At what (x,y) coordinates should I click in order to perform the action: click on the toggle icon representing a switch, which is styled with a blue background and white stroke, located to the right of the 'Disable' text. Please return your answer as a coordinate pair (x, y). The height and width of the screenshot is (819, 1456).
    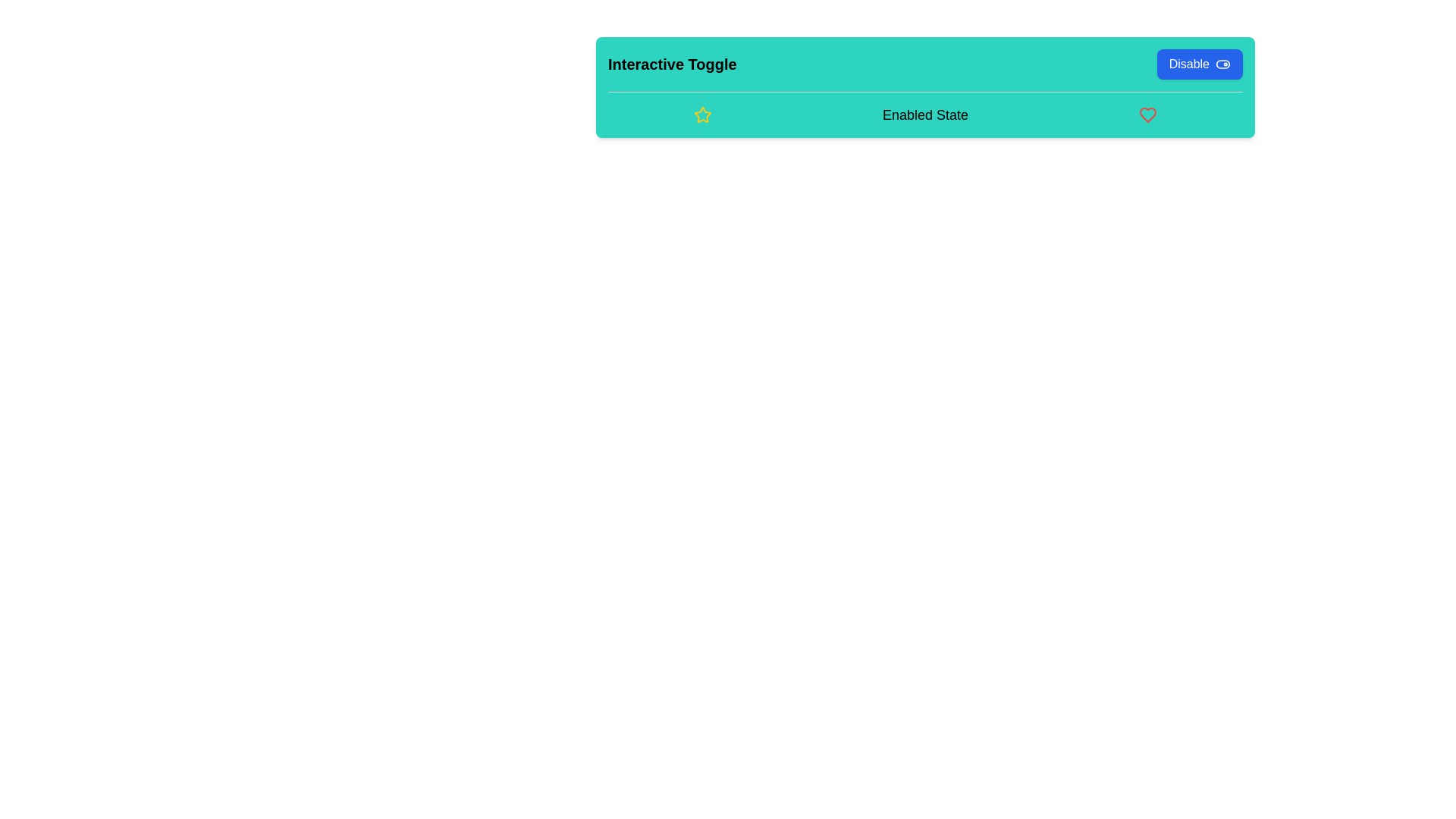
    Looking at the image, I should click on (1222, 63).